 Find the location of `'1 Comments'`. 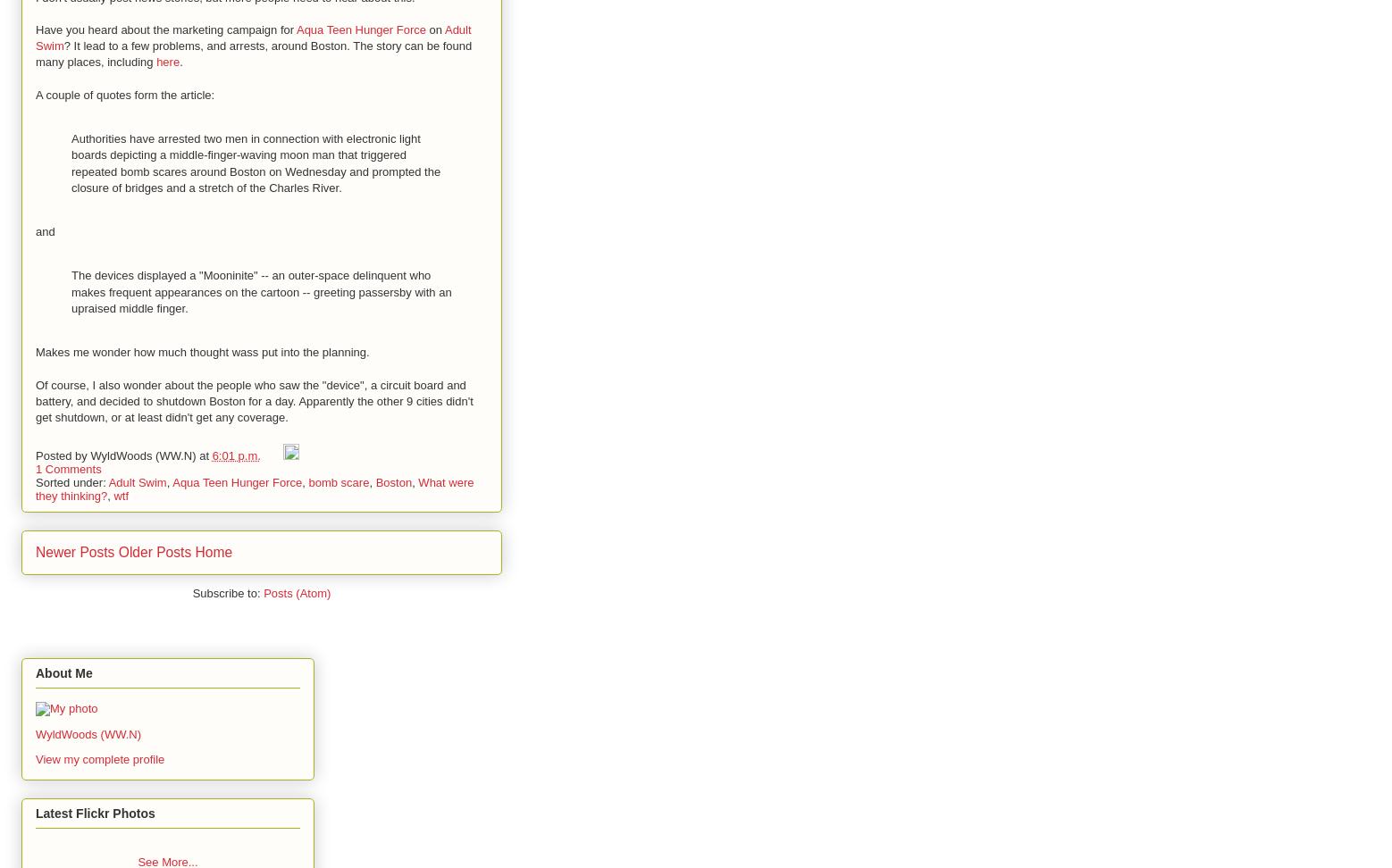

'1 Comments' is located at coordinates (68, 468).